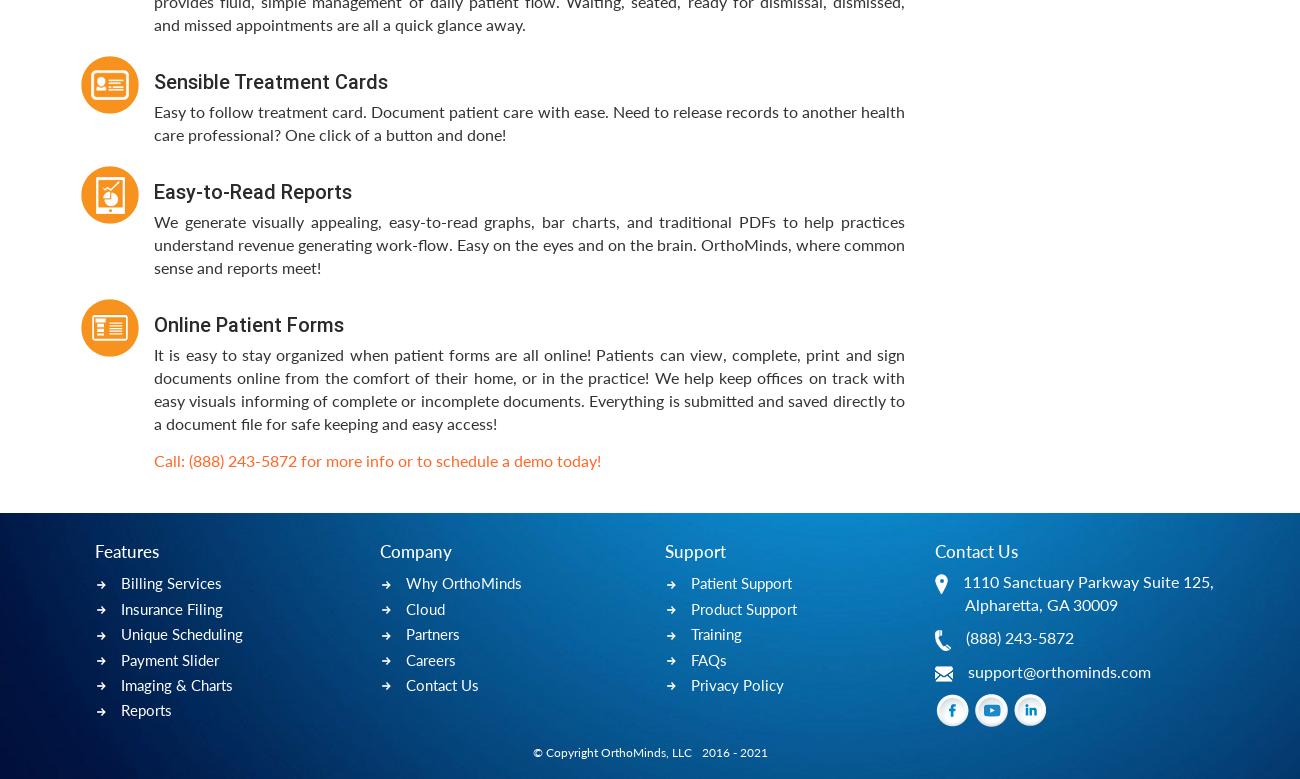 The image size is (1300, 779). Describe the element at coordinates (171, 582) in the screenshot. I see `'Billing Services'` at that location.